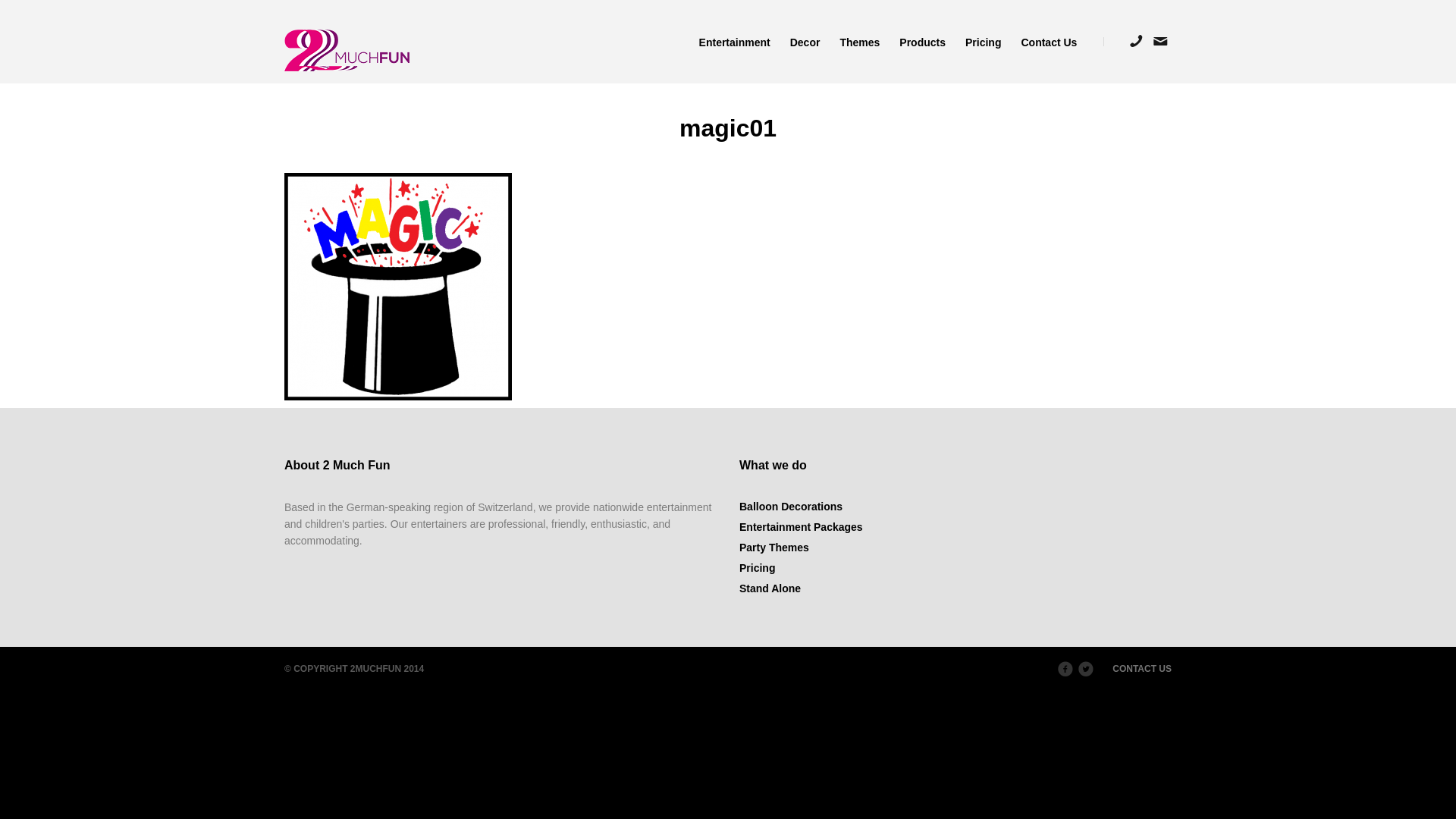 The image size is (1456, 819). Describe the element at coordinates (1142, 668) in the screenshot. I see `'CONTACT US'` at that location.